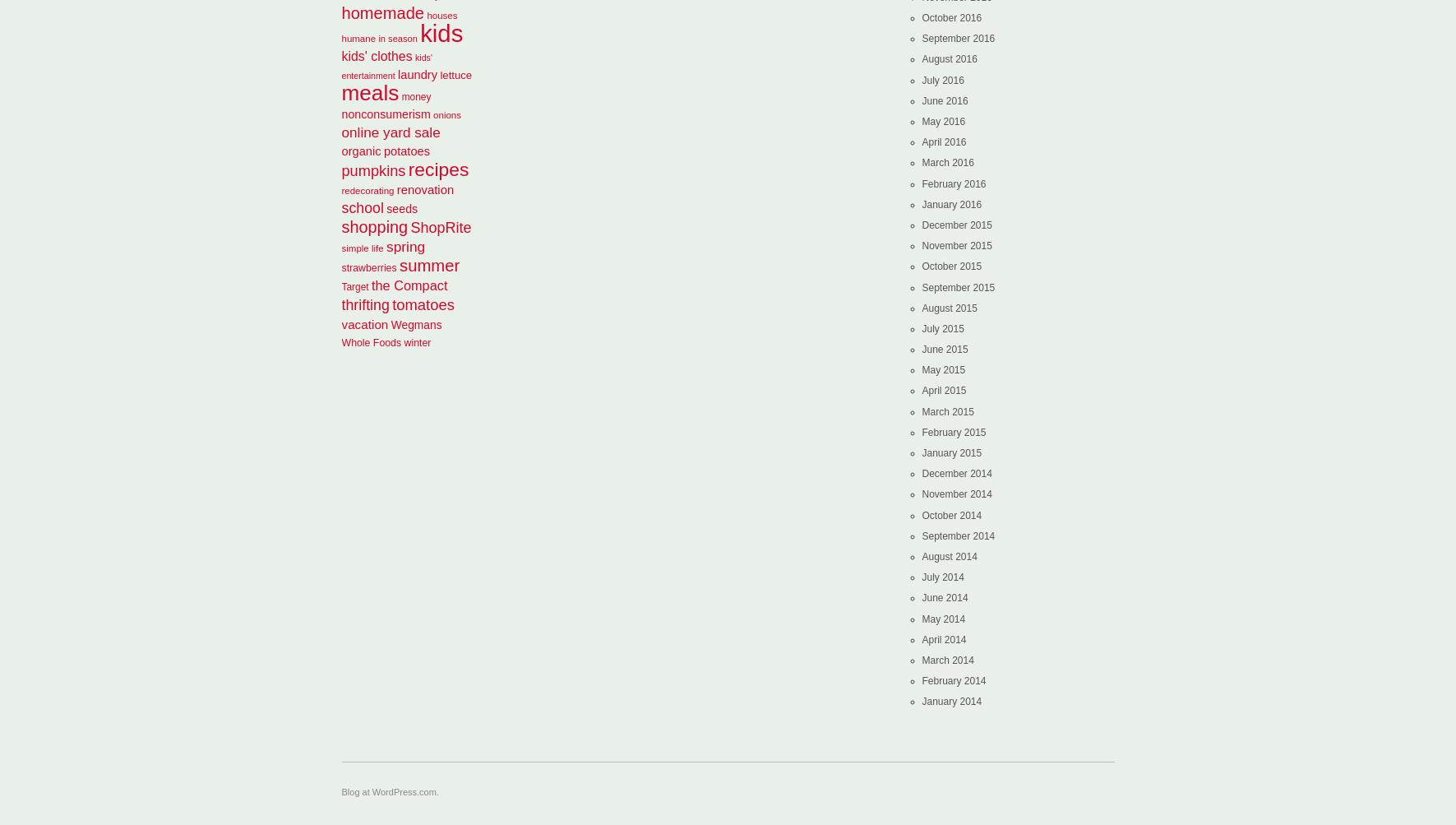 Image resolution: width=1456 pixels, height=825 pixels. Describe the element at coordinates (949, 59) in the screenshot. I see `'August 2016'` at that location.